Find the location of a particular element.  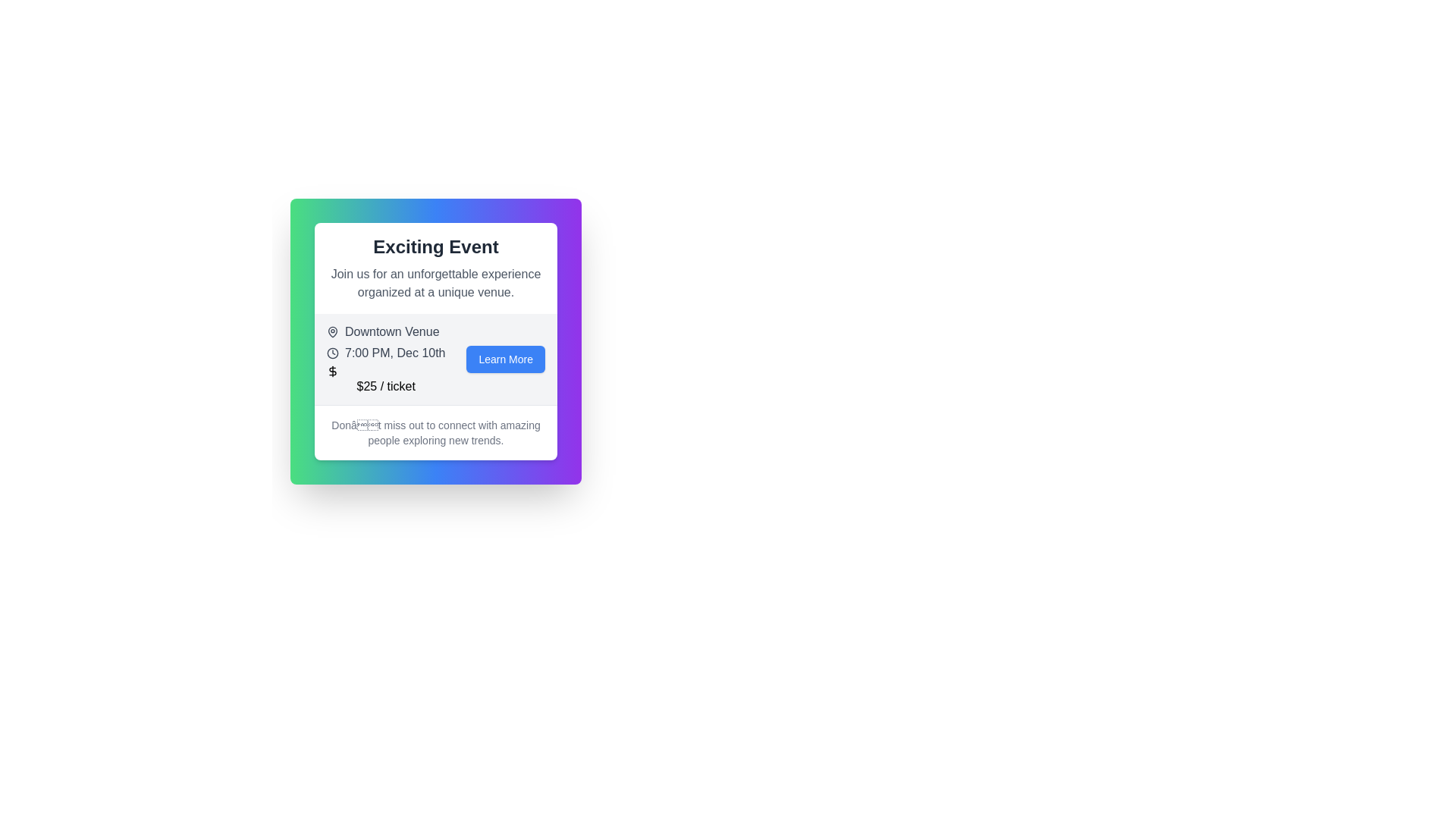

the text block located at the bottom of the card layout, below the '$25 / ticket' text is located at coordinates (435, 432).